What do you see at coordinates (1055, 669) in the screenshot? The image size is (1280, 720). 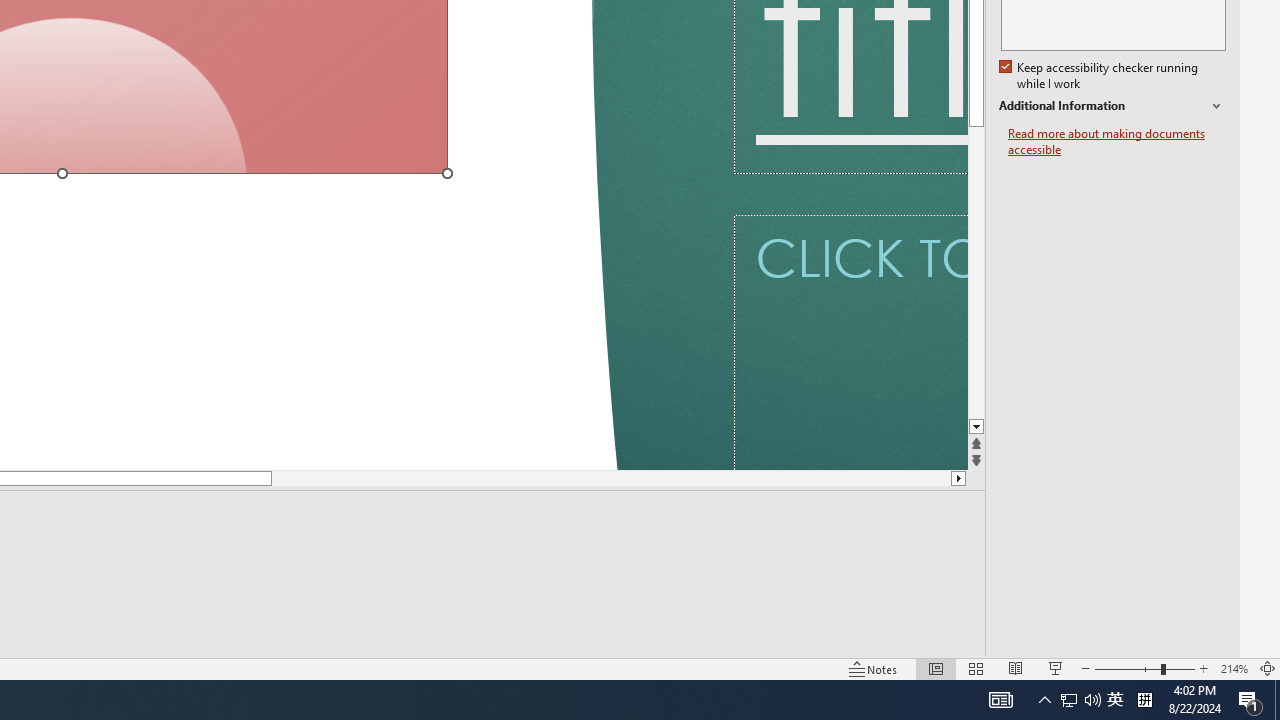 I see `'Slide Show'` at bounding box center [1055, 669].